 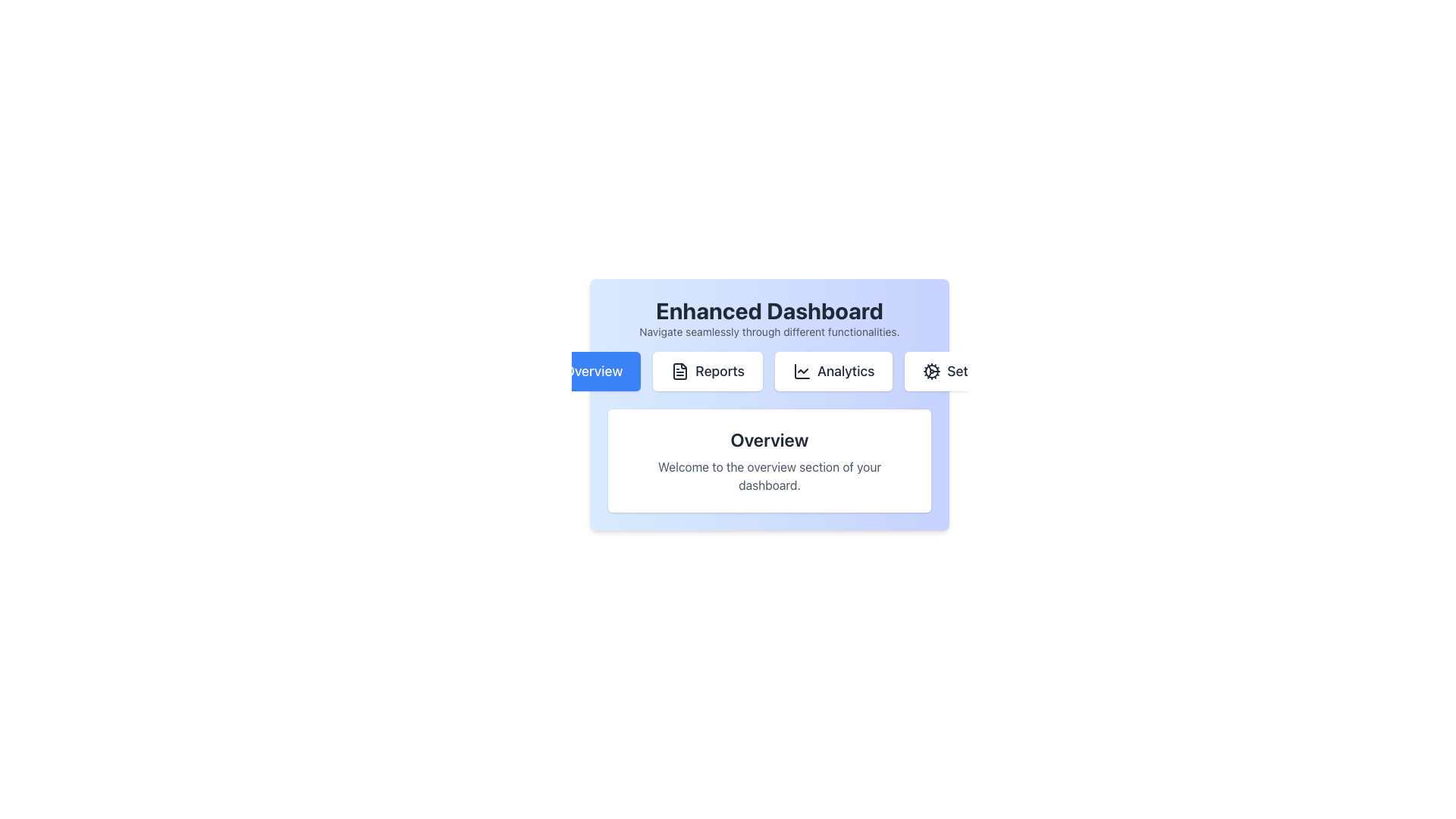 I want to click on the static text containing 'Navigate seamlessly through different functionalities.' which is positioned below the title 'Enhanced Dashboard', so click(x=769, y=331).